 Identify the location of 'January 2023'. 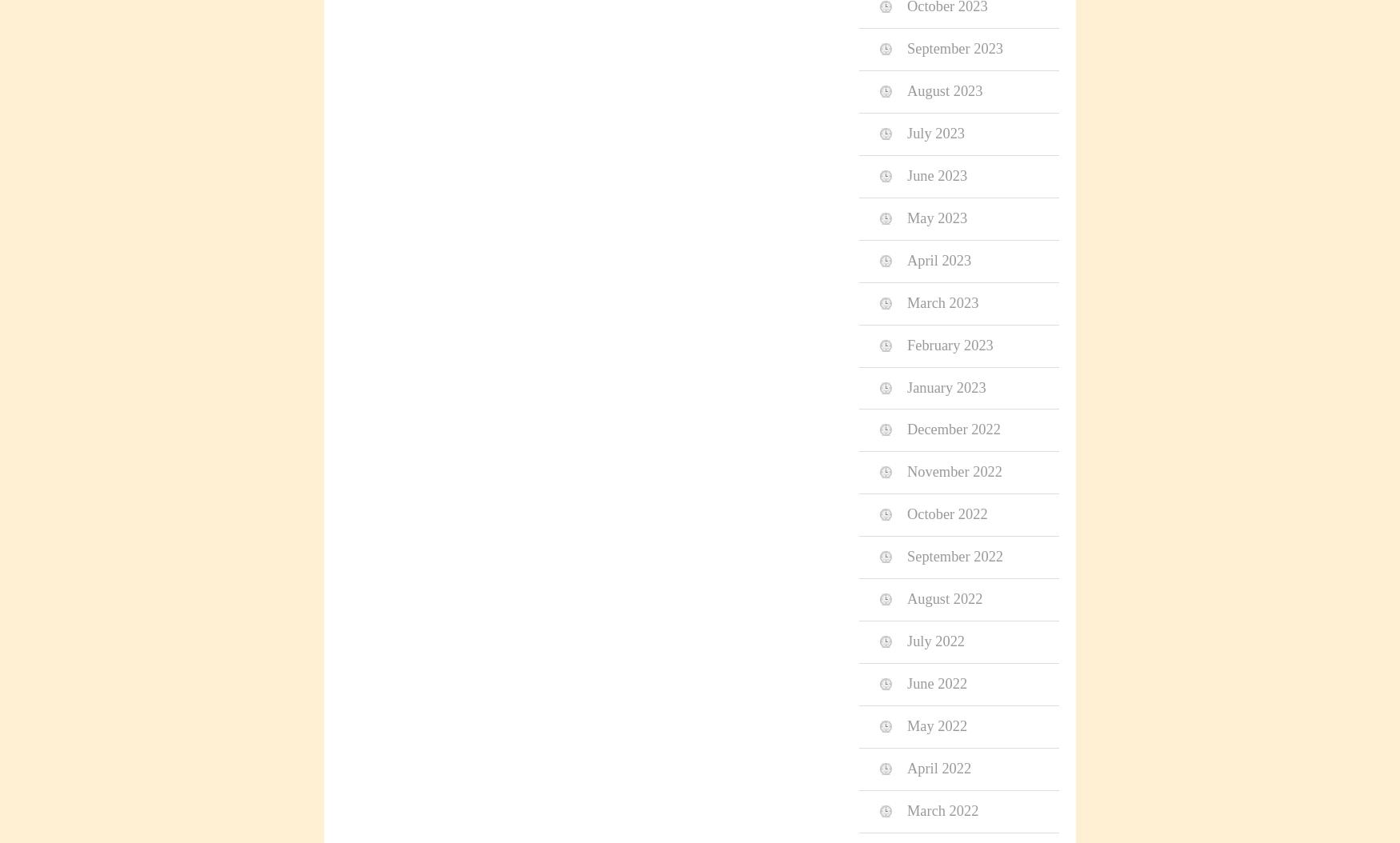
(946, 386).